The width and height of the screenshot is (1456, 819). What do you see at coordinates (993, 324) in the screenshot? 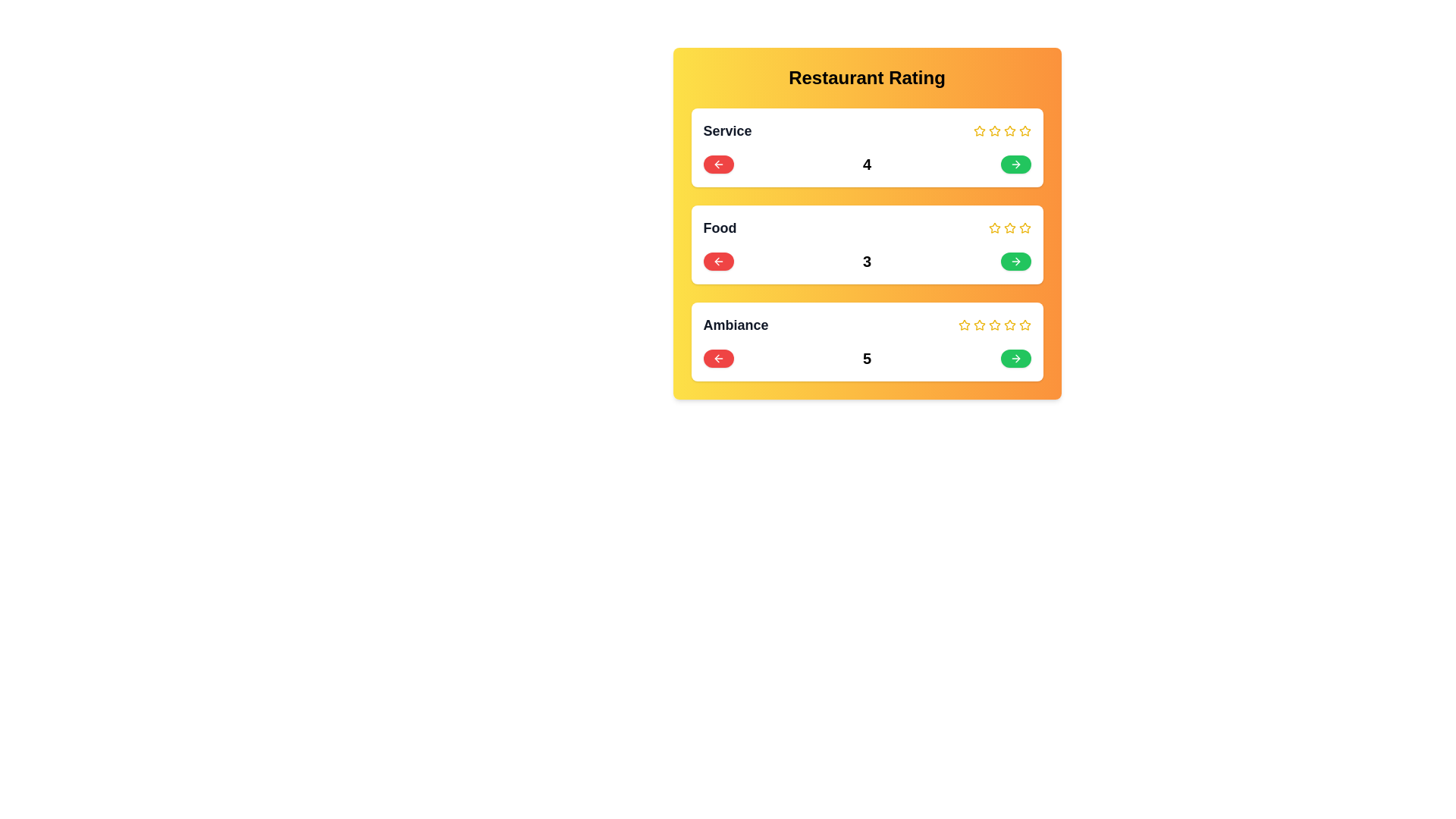
I see `the second star in the third rating row labeled 'Ambiance'` at bounding box center [993, 324].